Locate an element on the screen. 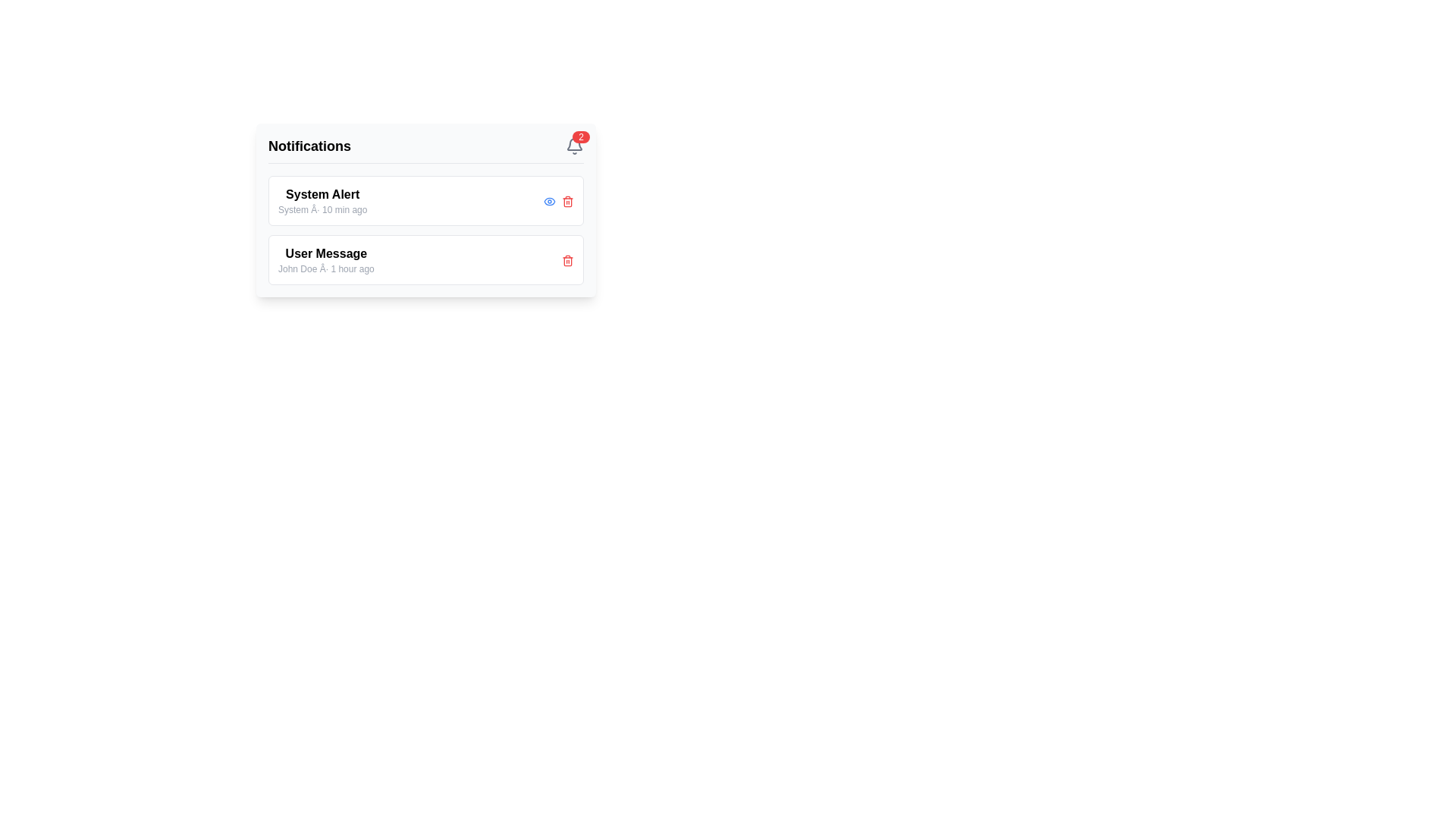 The width and height of the screenshot is (1456, 819). the 'User Message' text element which is styled in bold and located in the lower notification card under the 'Notifications' section is located at coordinates (325, 253).